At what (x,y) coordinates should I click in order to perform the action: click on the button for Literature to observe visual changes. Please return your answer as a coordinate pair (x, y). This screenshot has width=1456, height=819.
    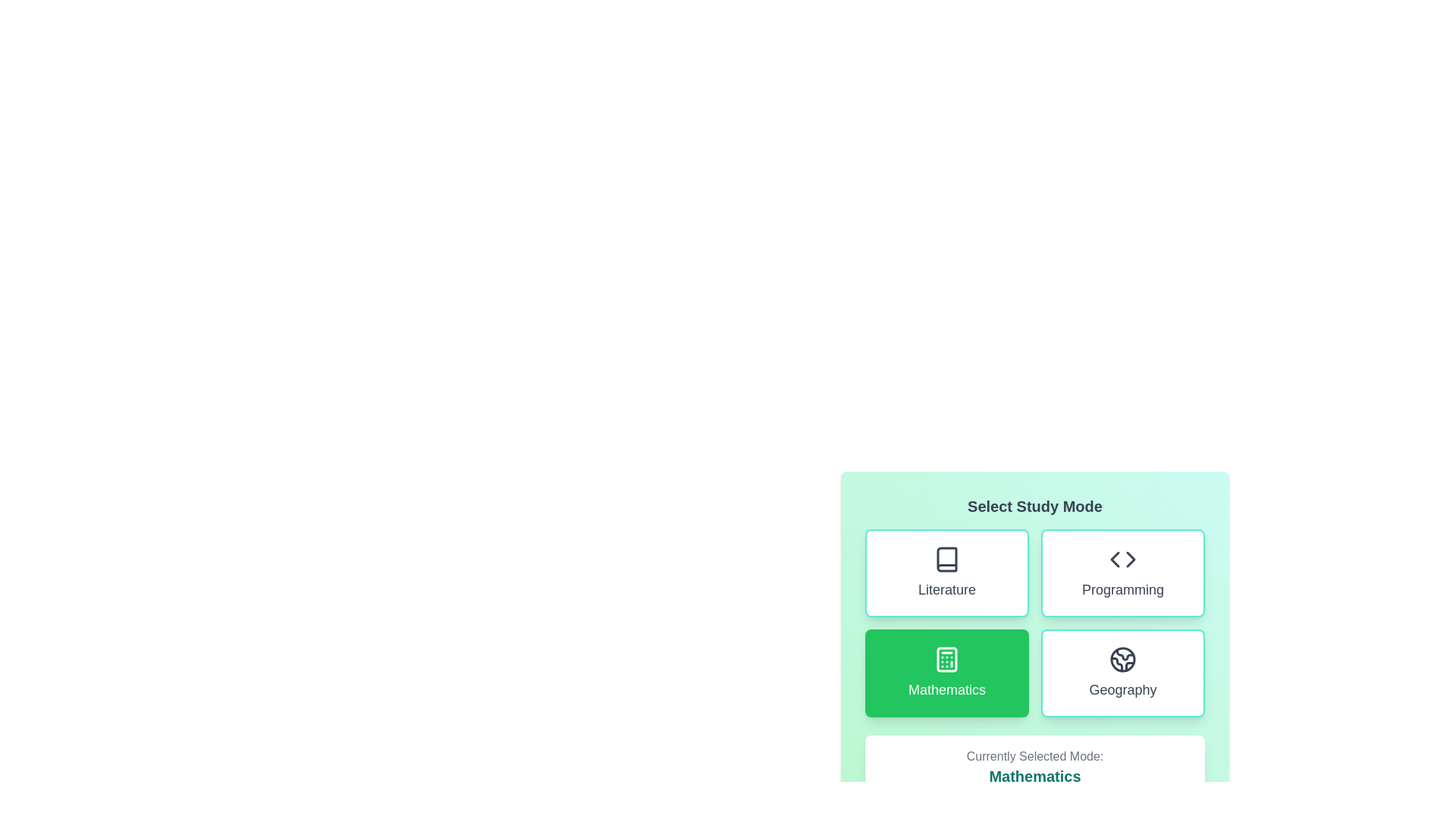
    Looking at the image, I should click on (946, 573).